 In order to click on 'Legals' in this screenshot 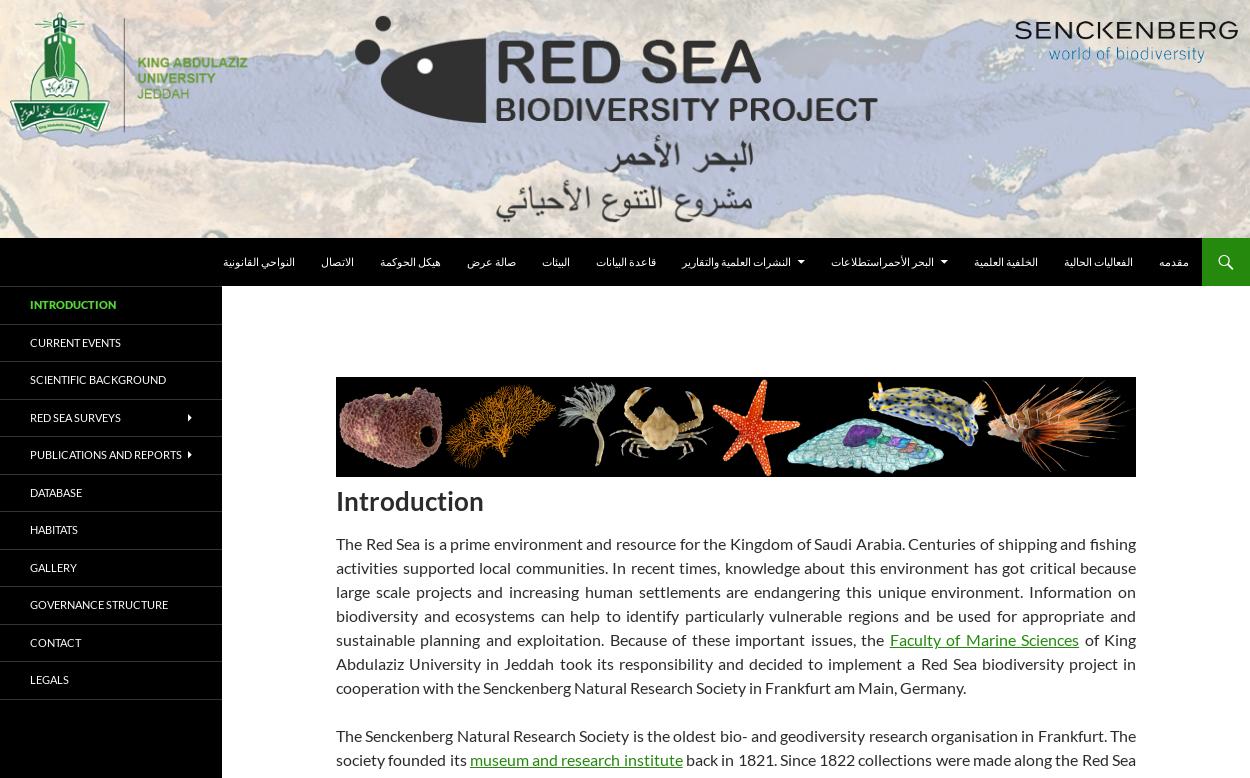, I will do `click(30, 679)`.